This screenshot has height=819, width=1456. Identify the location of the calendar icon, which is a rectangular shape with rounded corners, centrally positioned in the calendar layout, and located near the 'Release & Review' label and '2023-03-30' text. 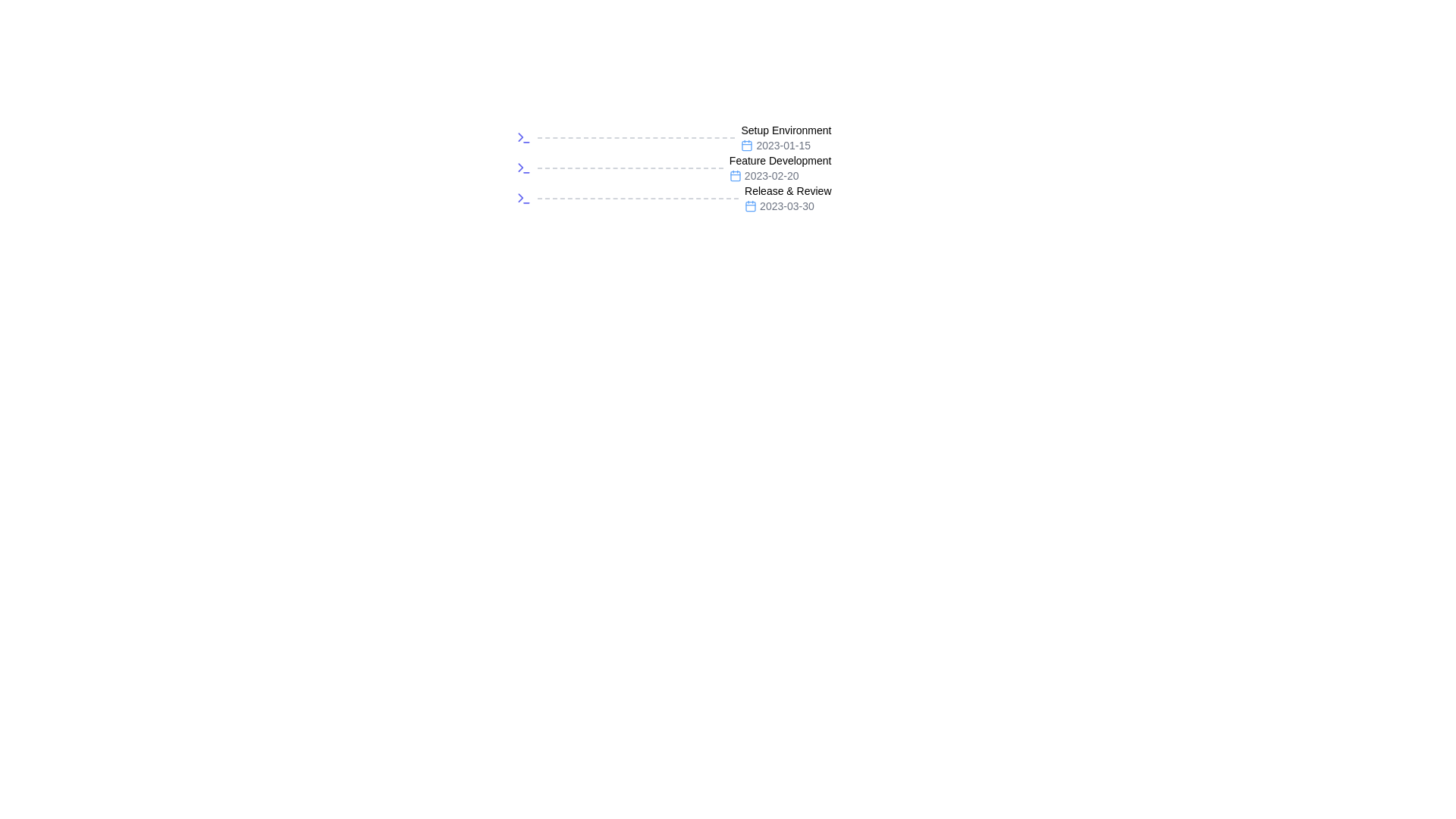
(751, 206).